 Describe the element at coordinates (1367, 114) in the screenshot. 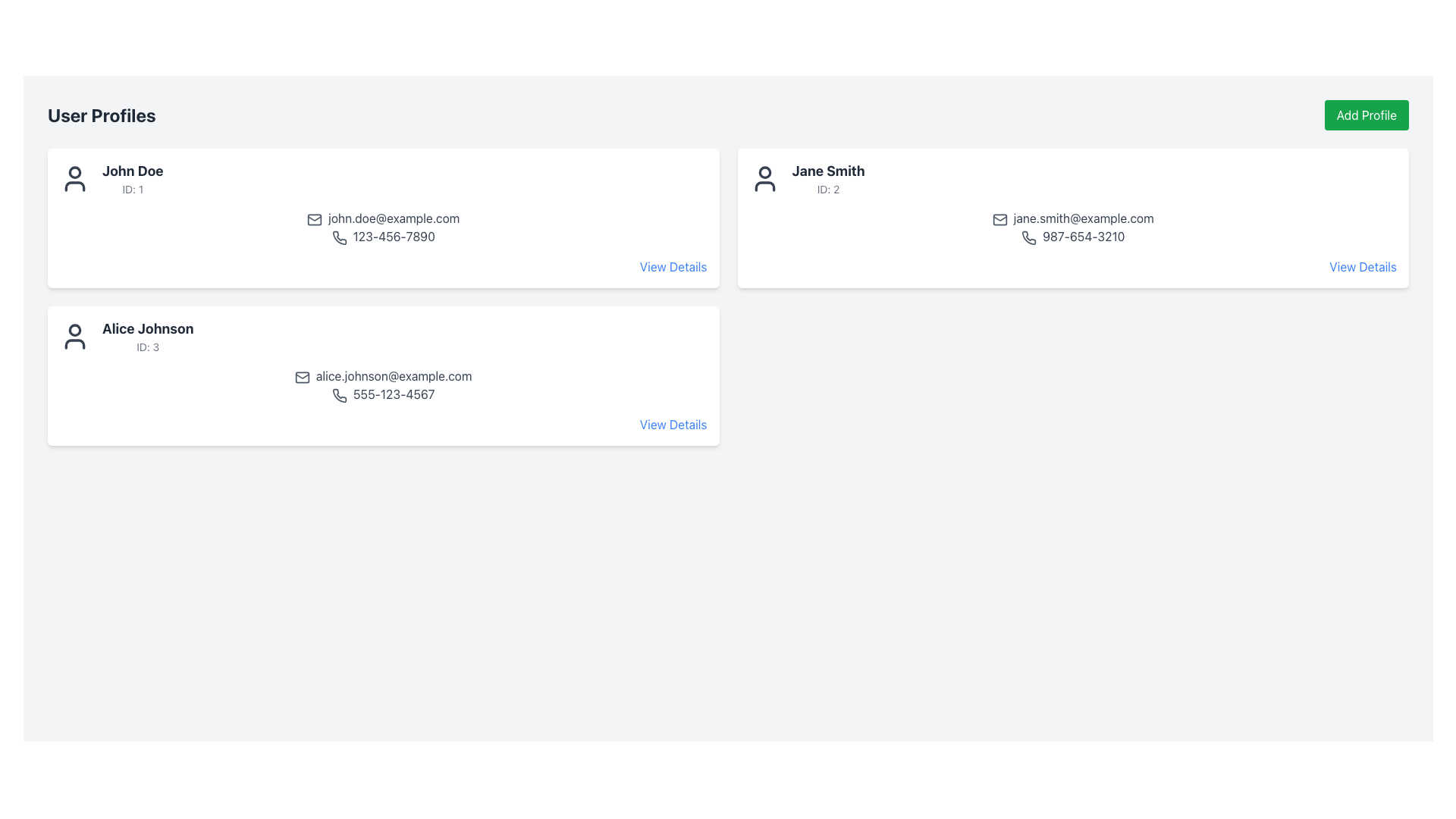

I see `the button located at the top-right corner of the interface, next to the 'User Profiles' section heading` at that location.